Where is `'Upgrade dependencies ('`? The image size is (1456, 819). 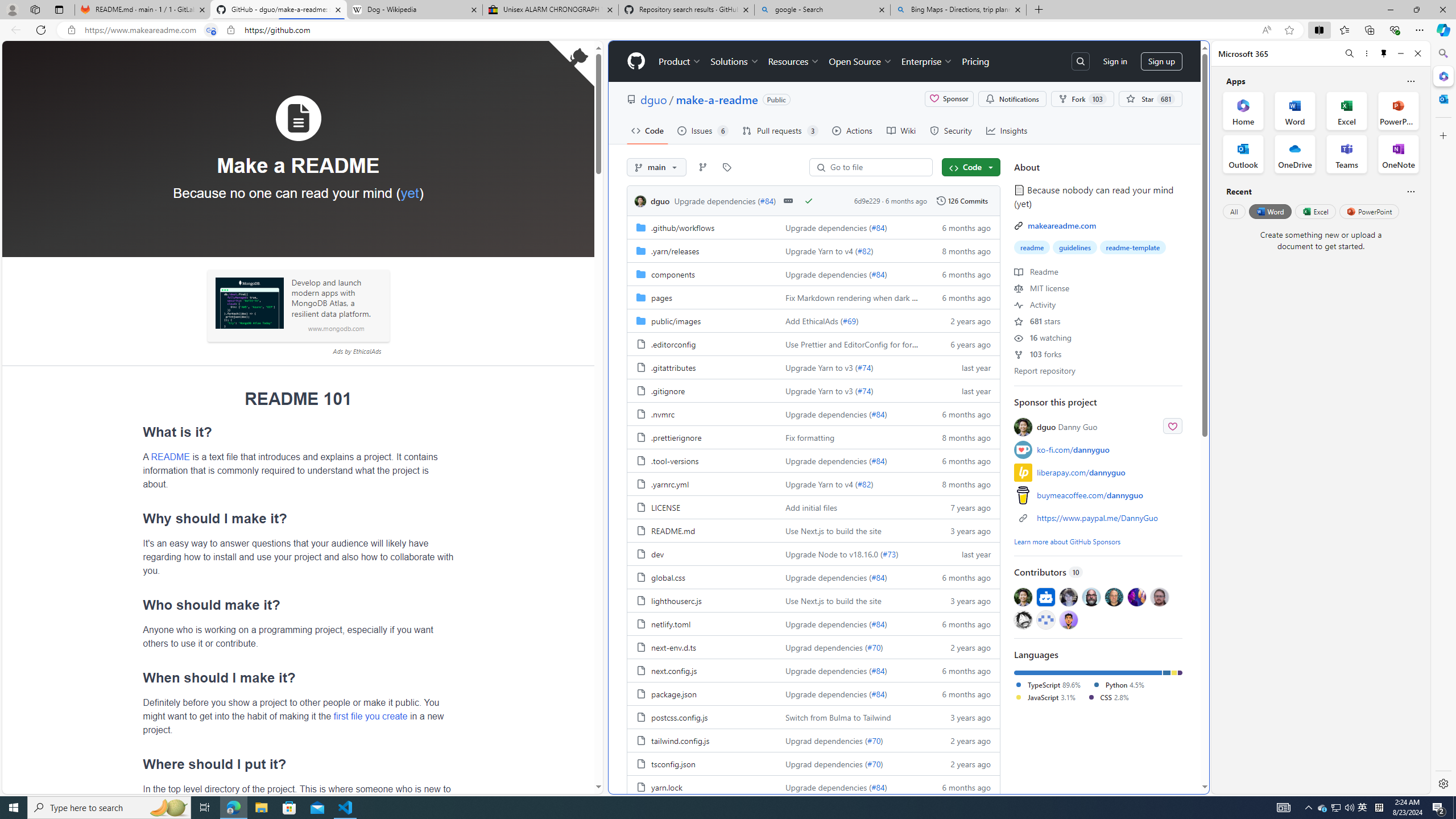 'Upgrade dependencies (' is located at coordinates (828, 786).